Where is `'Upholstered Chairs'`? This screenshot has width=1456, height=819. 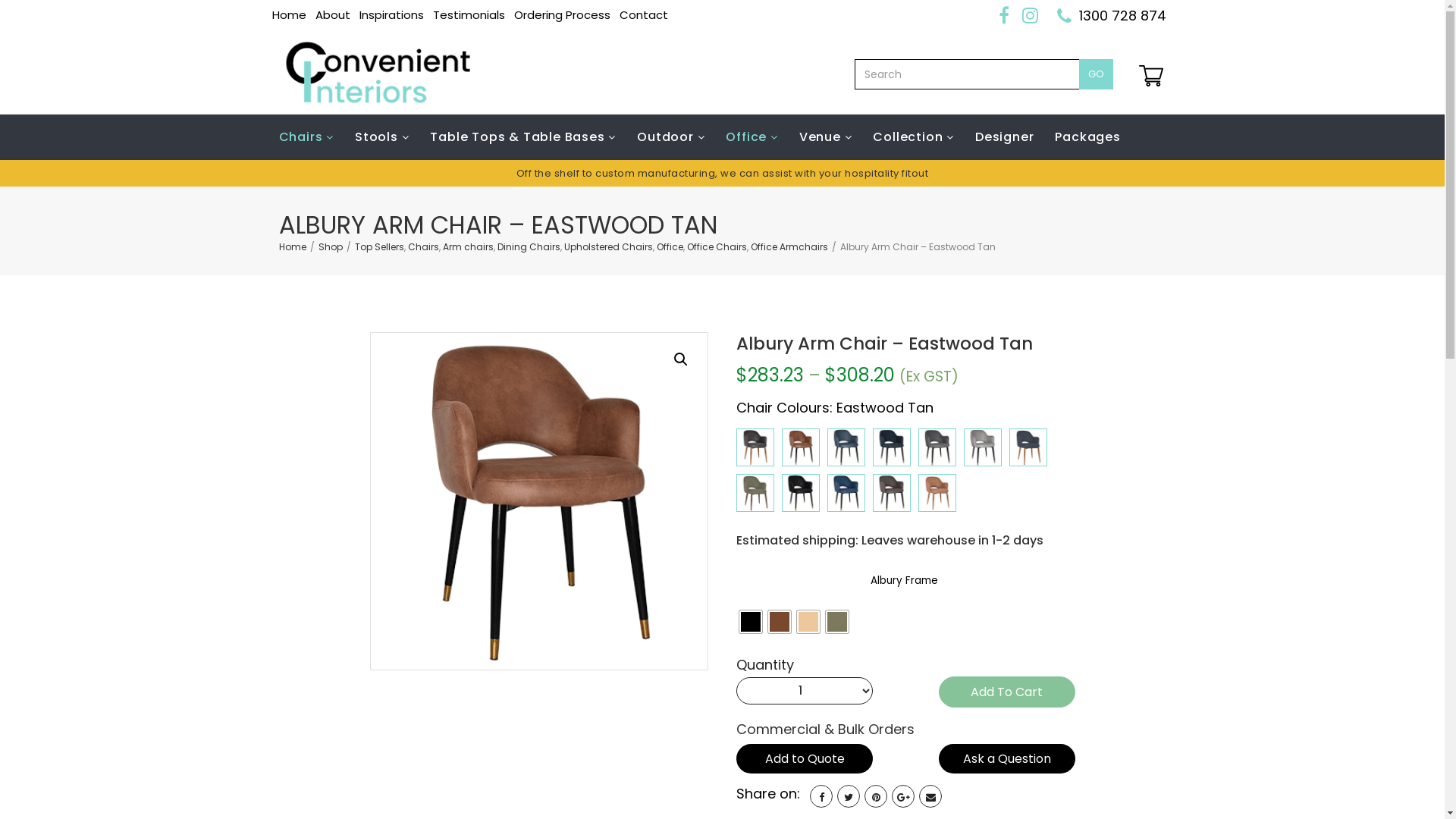
'Upholstered Chairs' is located at coordinates (608, 246).